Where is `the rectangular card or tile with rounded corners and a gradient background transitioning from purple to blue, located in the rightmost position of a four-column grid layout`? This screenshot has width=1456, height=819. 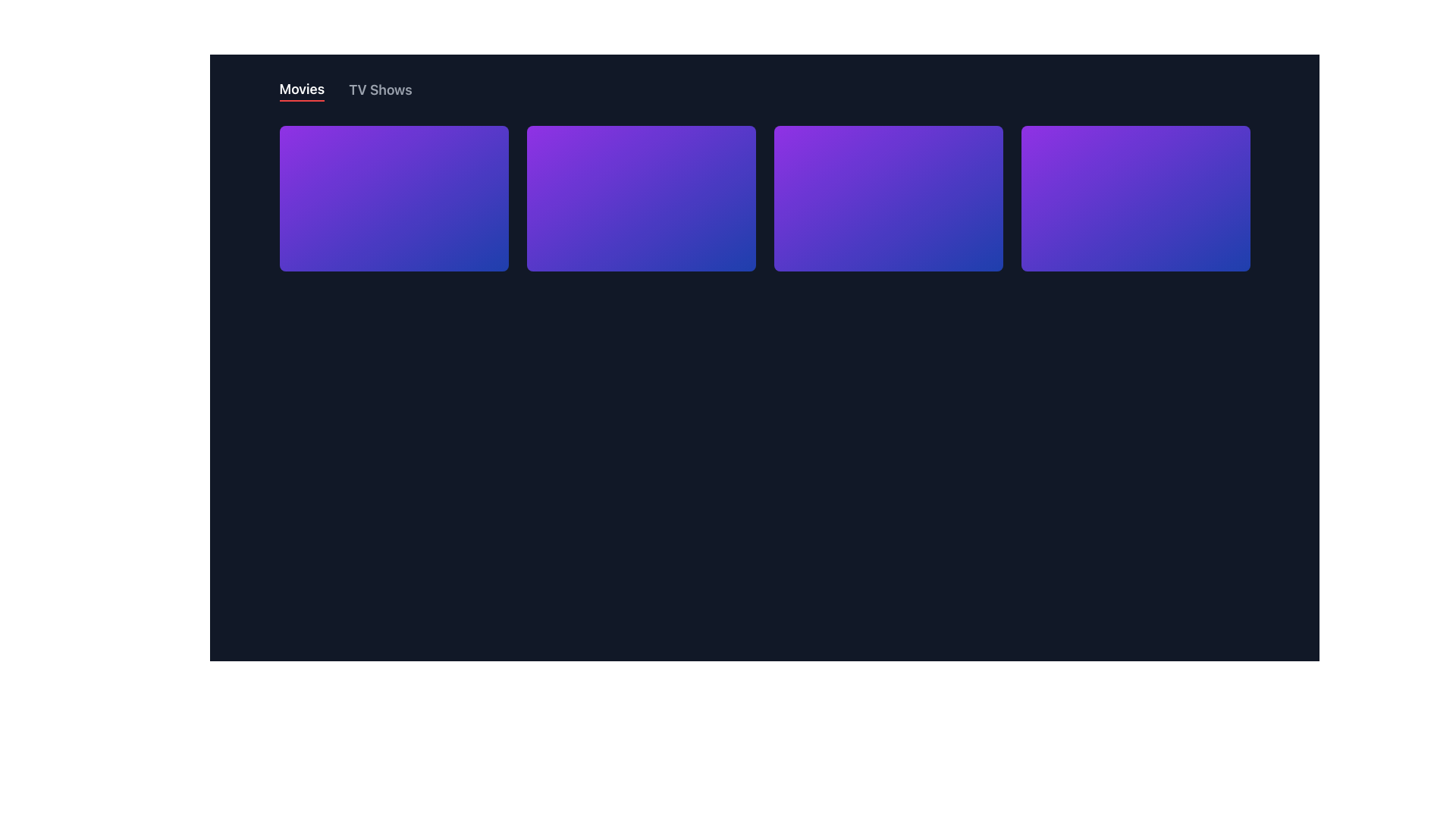
the rectangular card or tile with rounded corners and a gradient background transitioning from purple to blue, located in the rightmost position of a four-column grid layout is located at coordinates (1135, 198).